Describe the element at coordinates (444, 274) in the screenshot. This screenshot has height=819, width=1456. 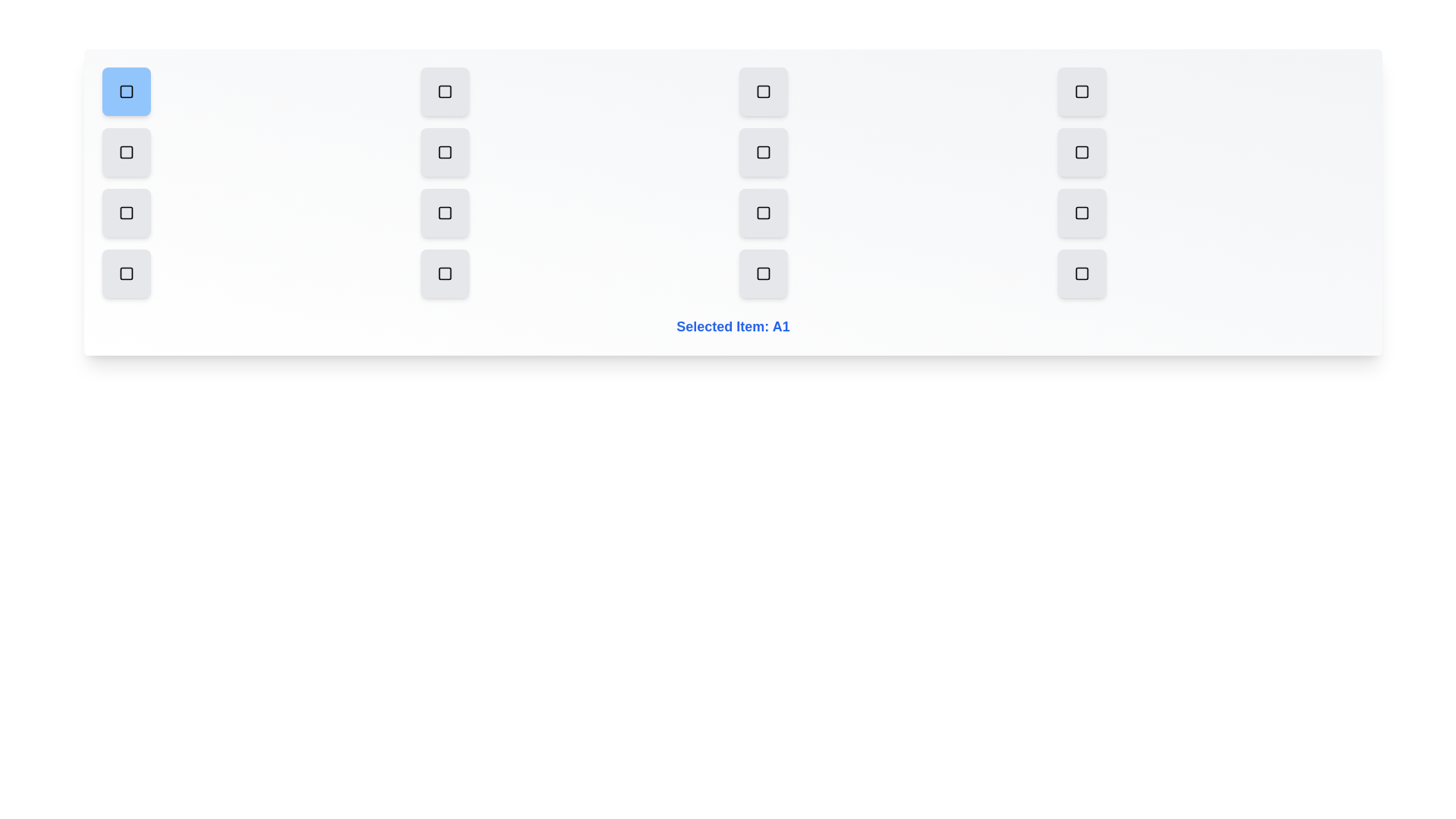
I see `the grid item D2 to select it` at that location.